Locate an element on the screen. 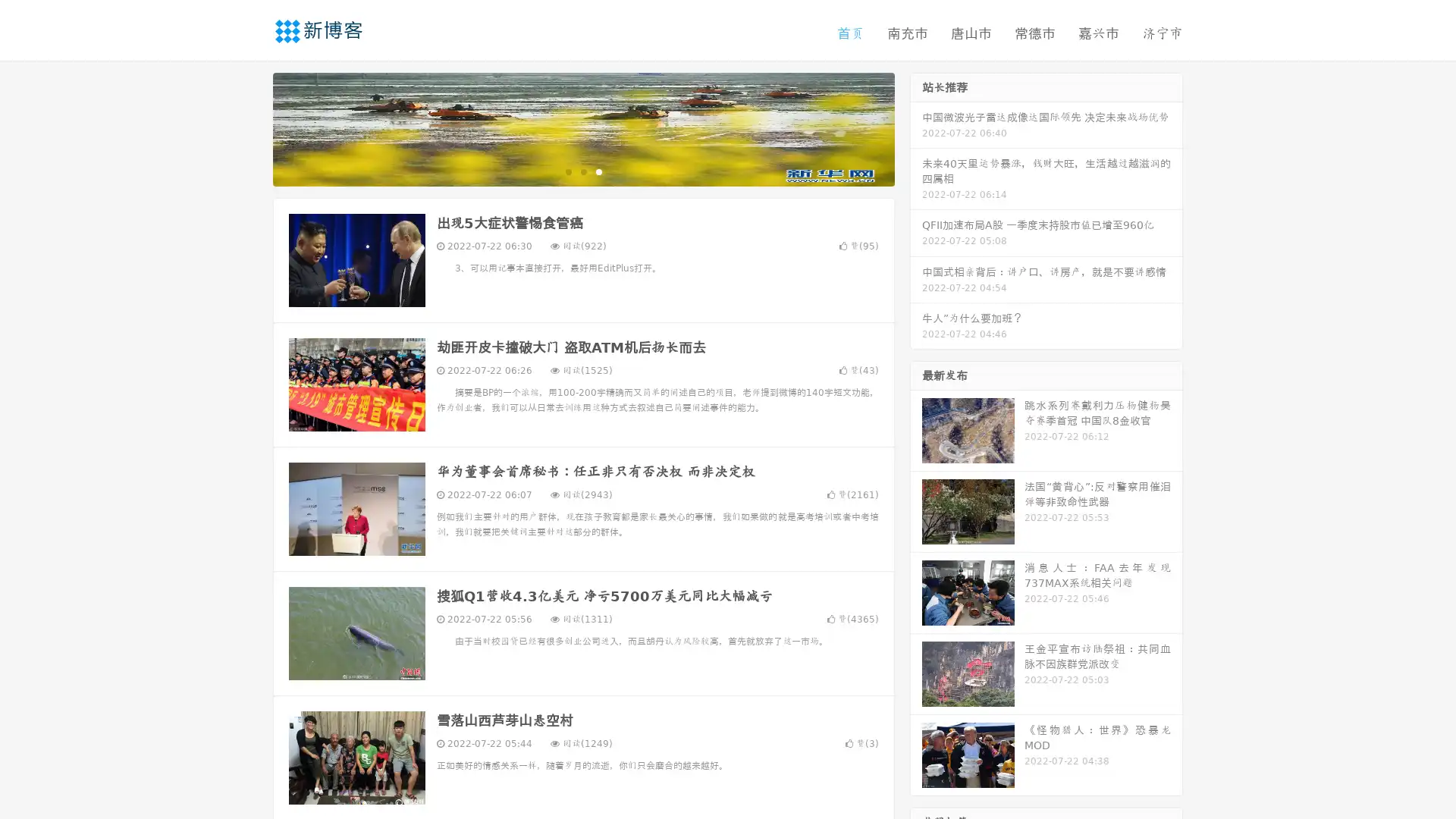  Previous slide is located at coordinates (250, 127).